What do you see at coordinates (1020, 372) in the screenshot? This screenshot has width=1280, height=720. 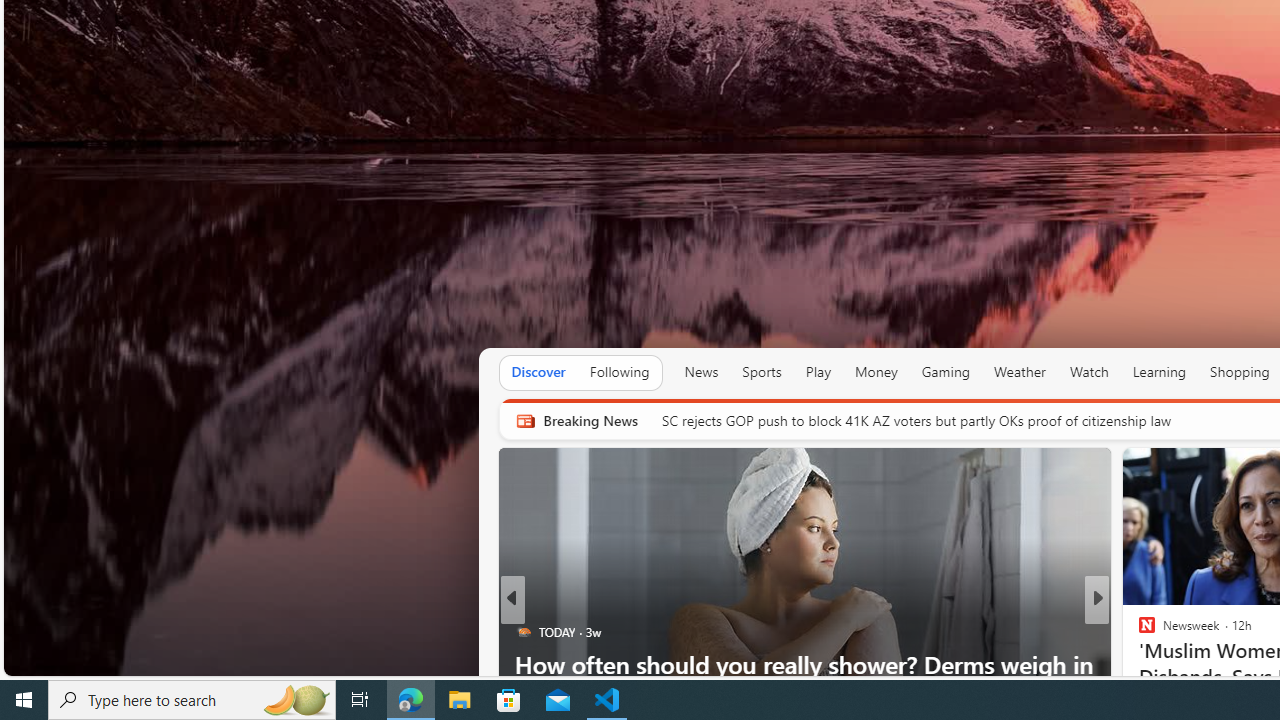 I see `'Weather'` at bounding box center [1020, 372].